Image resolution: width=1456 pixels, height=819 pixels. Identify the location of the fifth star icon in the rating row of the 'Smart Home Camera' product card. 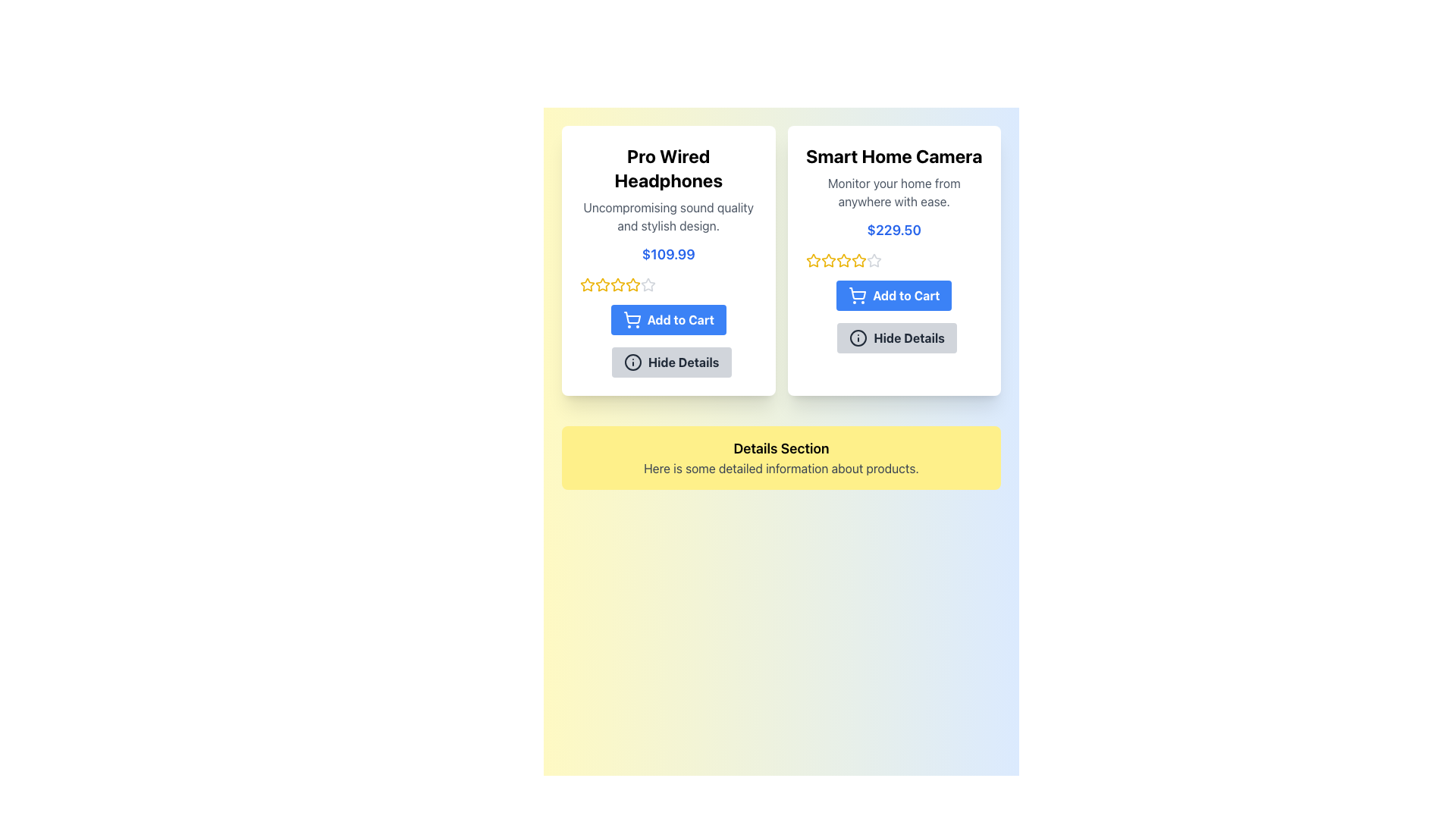
(858, 259).